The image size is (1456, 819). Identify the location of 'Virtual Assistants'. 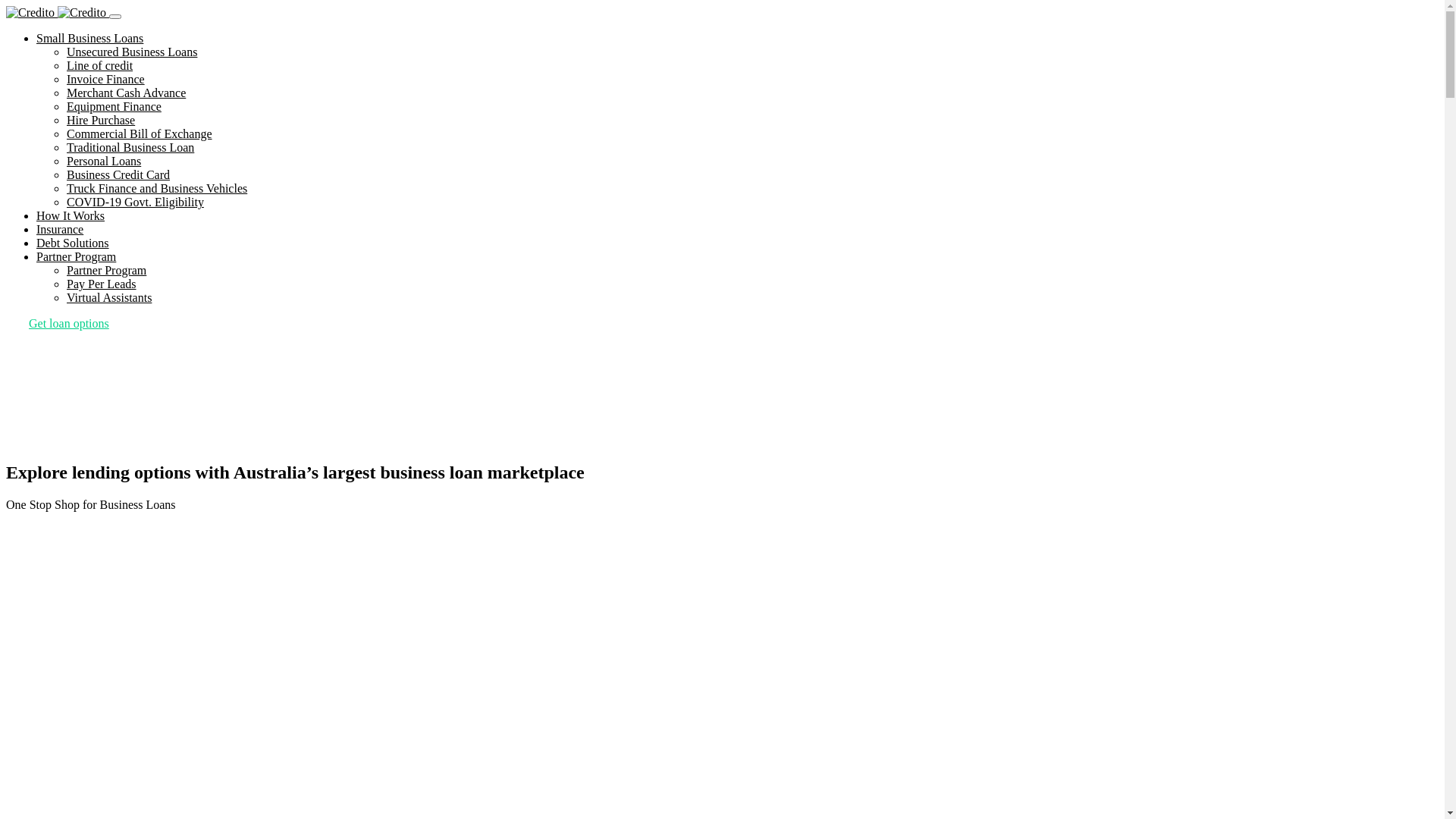
(108, 297).